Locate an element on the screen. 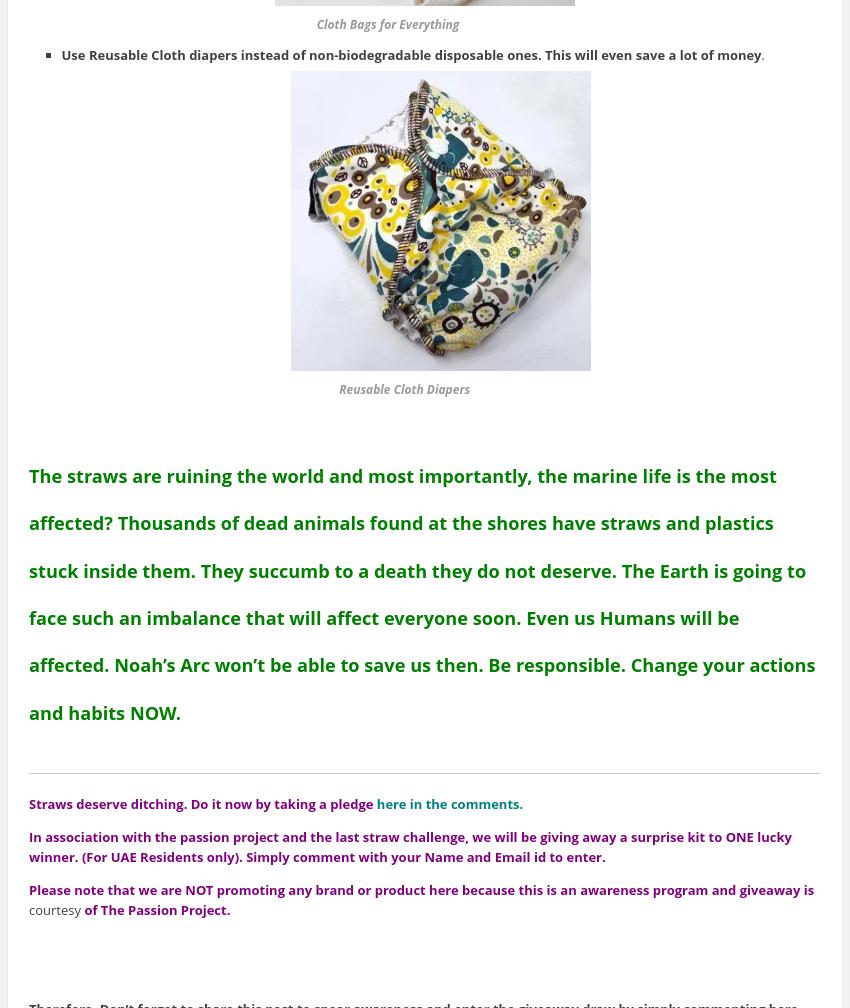  'Cloth Bags for Everything' is located at coordinates (268, 23).